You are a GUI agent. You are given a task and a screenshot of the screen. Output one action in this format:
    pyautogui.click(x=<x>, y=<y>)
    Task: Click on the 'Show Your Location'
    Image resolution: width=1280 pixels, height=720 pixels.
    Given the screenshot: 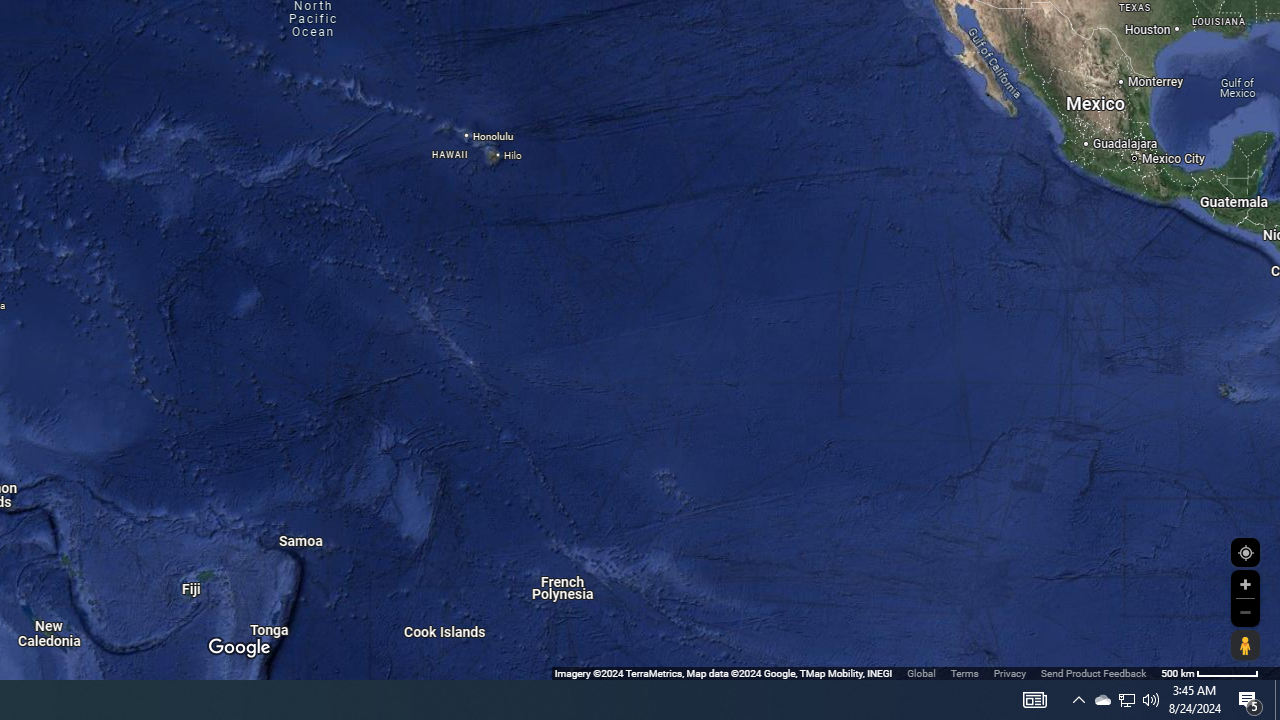 What is the action you would take?
    pyautogui.click(x=1244, y=552)
    